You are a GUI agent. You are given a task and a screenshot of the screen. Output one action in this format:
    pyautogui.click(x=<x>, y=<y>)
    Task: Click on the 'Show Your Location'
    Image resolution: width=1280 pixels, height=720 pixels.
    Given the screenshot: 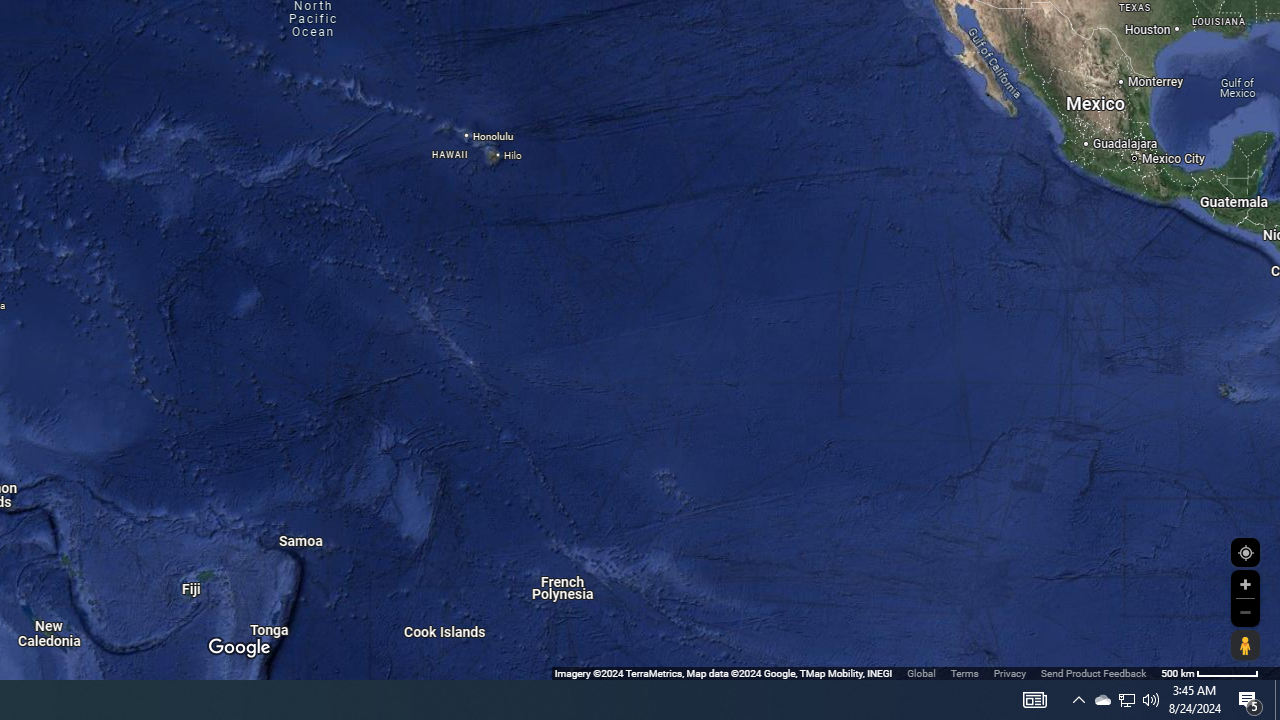 What is the action you would take?
    pyautogui.click(x=1244, y=552)
    